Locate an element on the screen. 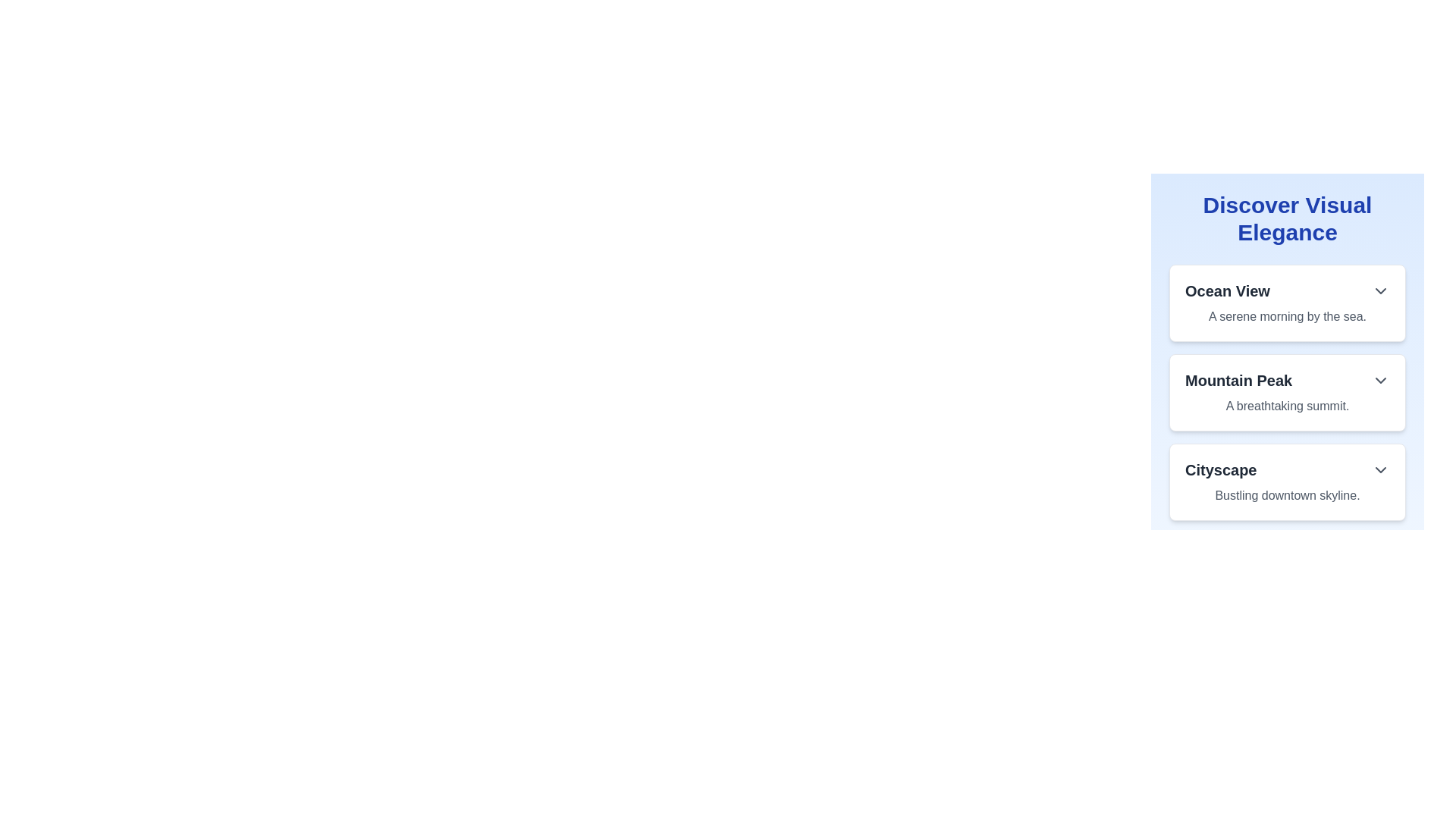 The image size is (1456, 819). text element displaying the phrase 'A serene morning by the sea.' located beneath the 'Ocean View' heading is located at coordinates (1287, 315).